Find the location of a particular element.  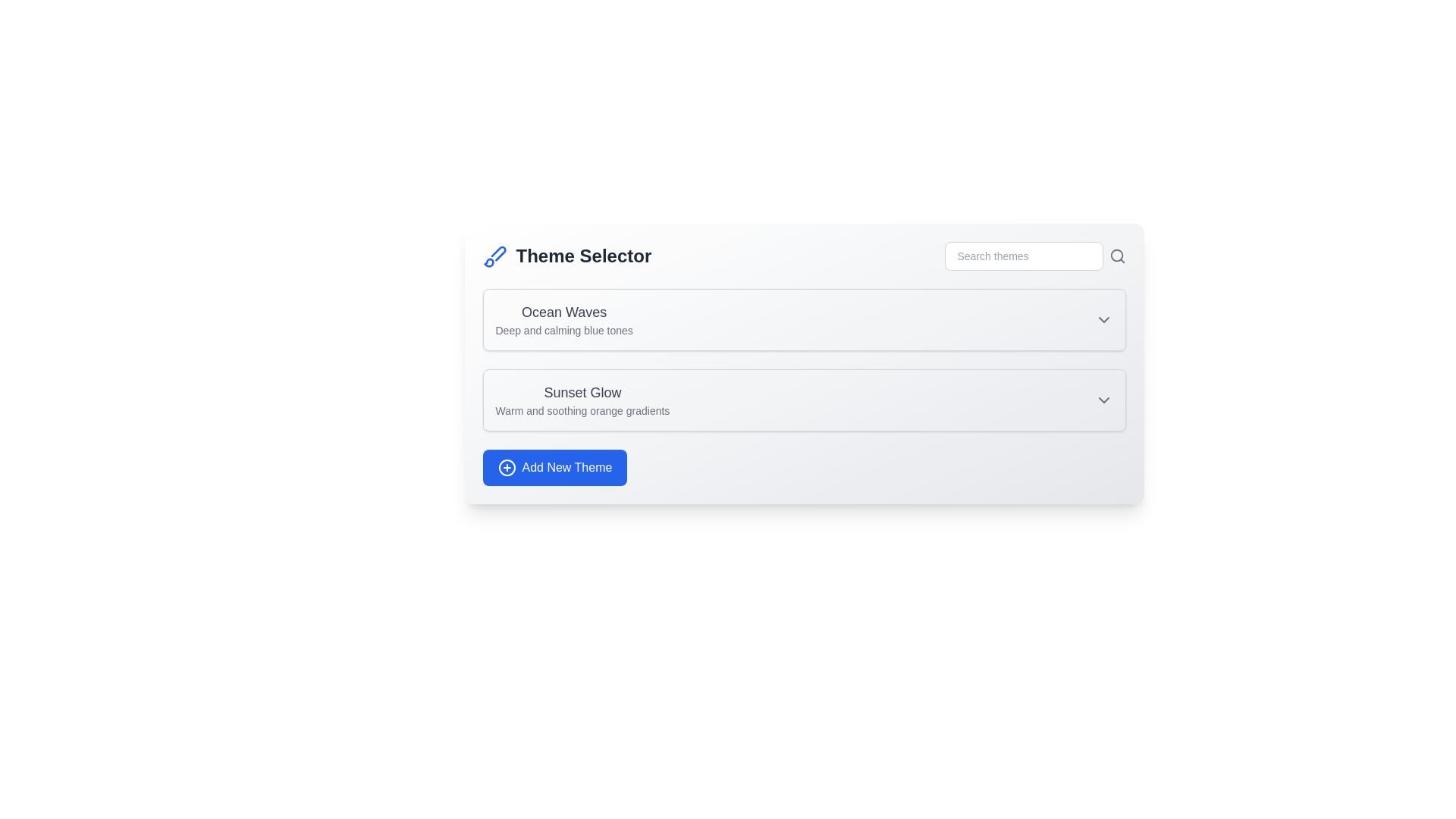

the SVG Circle element, which is part of a circular icon located in the bottom right section of the UI, adjacent to the 'Add New Theme' button is located at coordinates (507, 467).